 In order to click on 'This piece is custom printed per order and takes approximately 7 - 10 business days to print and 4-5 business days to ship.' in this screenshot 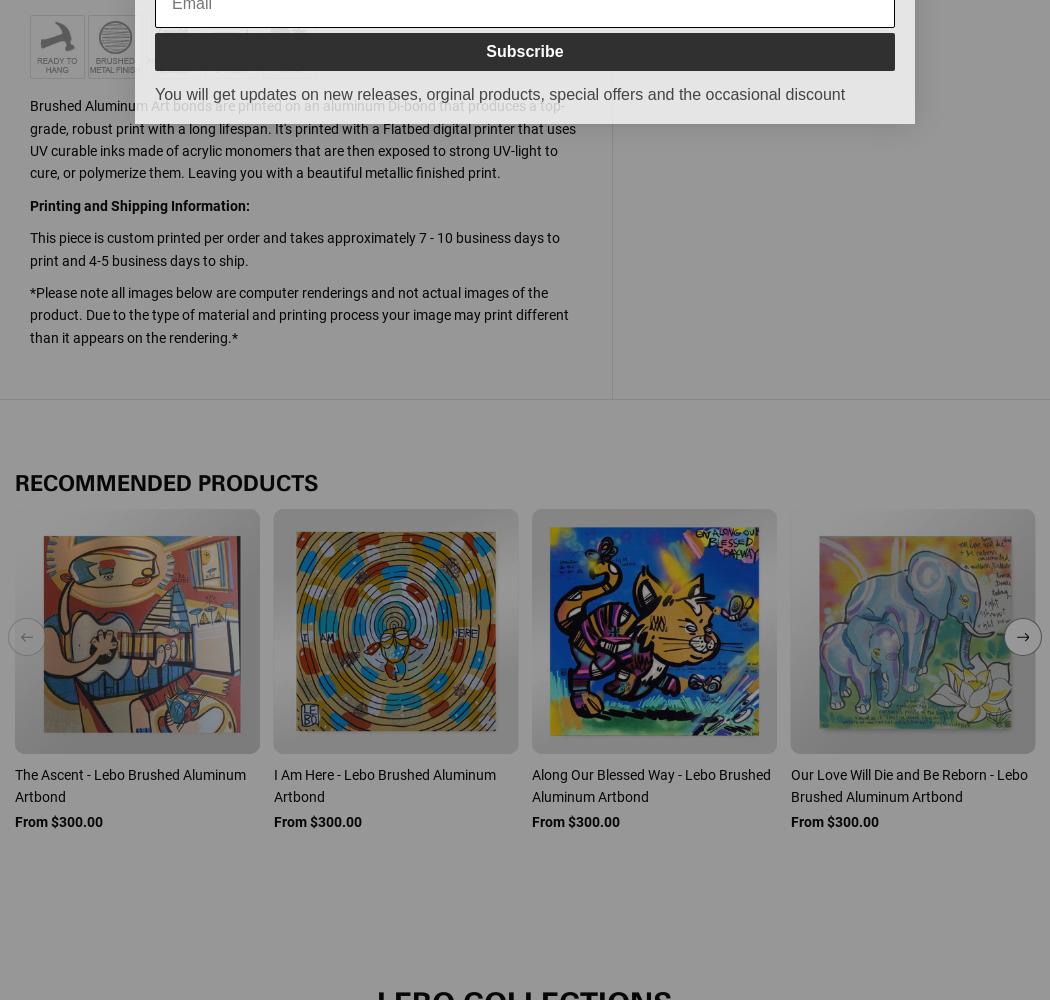, I will do `click(294, 248)`.